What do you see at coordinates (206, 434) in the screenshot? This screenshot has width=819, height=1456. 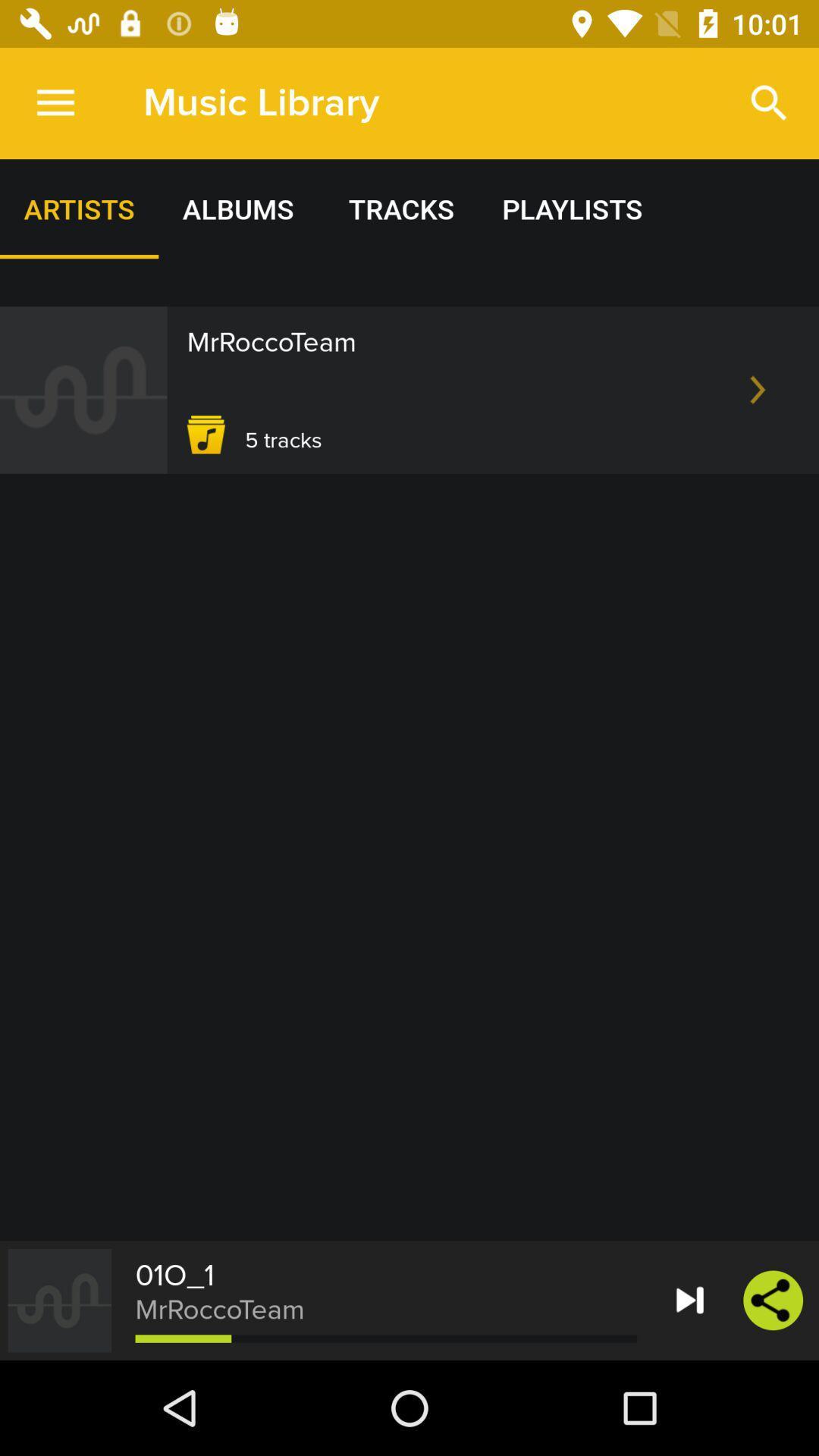 I see `the icon left to 5 tracks` at bounding box center [206, 434].